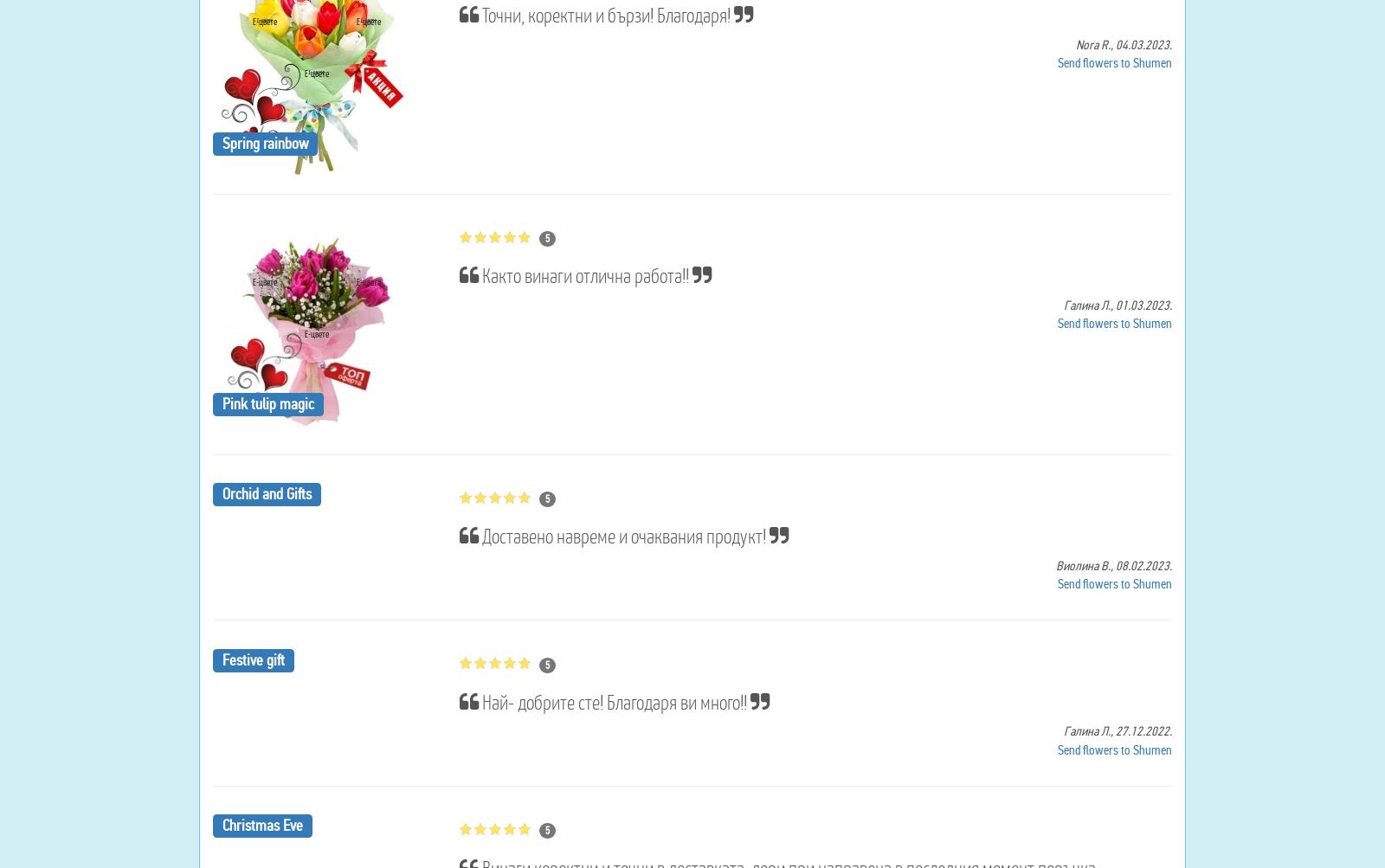  What do you see at coordinates (267, 402) in the screenshot?
I see `'Pink tulip magic'` at bounding box center [267, 402].